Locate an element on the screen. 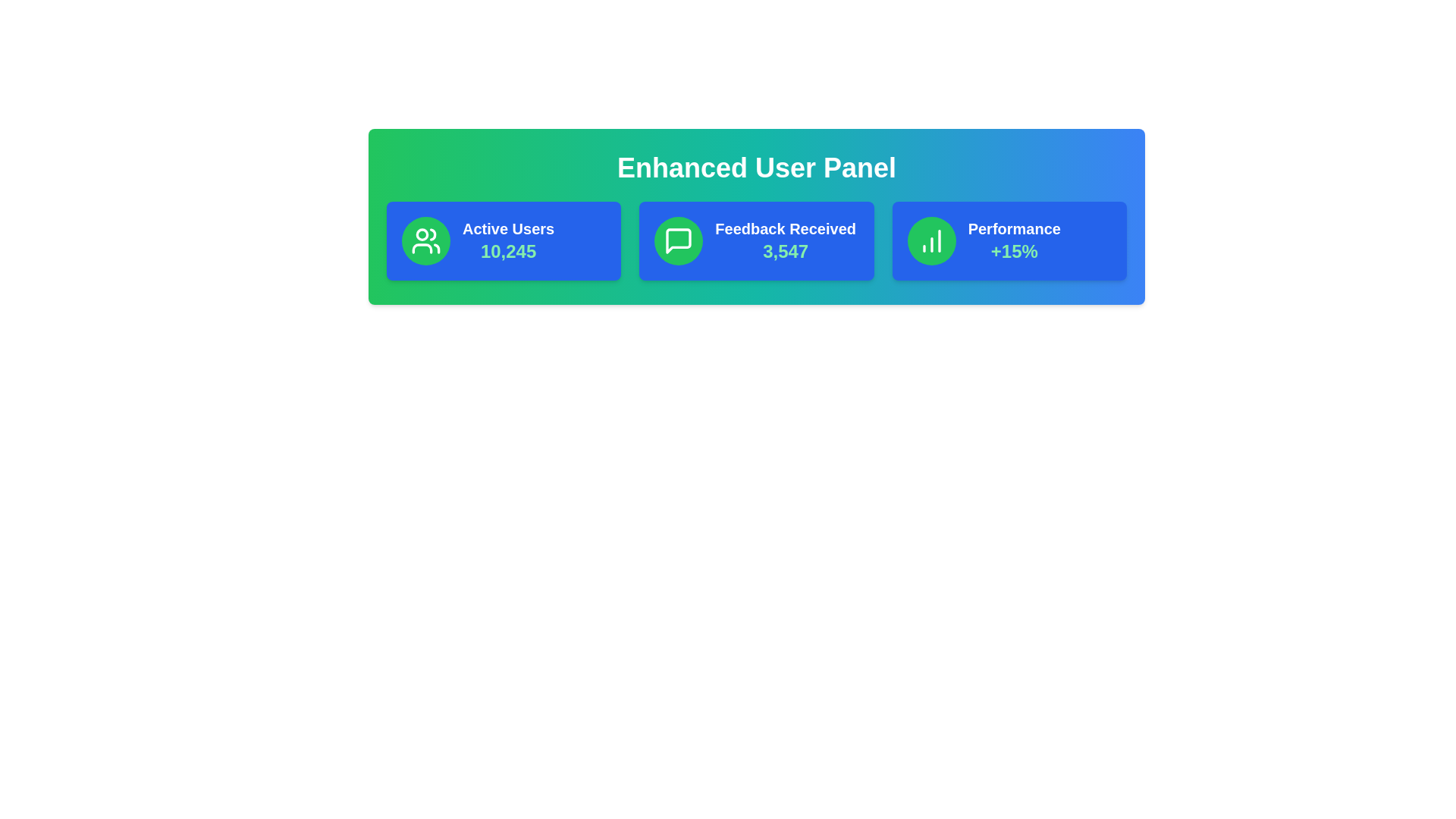 Image resolution: width=1456 pixels, height=819 pixels. the icon within the card labeled Active Users is located at coordinates (425, 240).